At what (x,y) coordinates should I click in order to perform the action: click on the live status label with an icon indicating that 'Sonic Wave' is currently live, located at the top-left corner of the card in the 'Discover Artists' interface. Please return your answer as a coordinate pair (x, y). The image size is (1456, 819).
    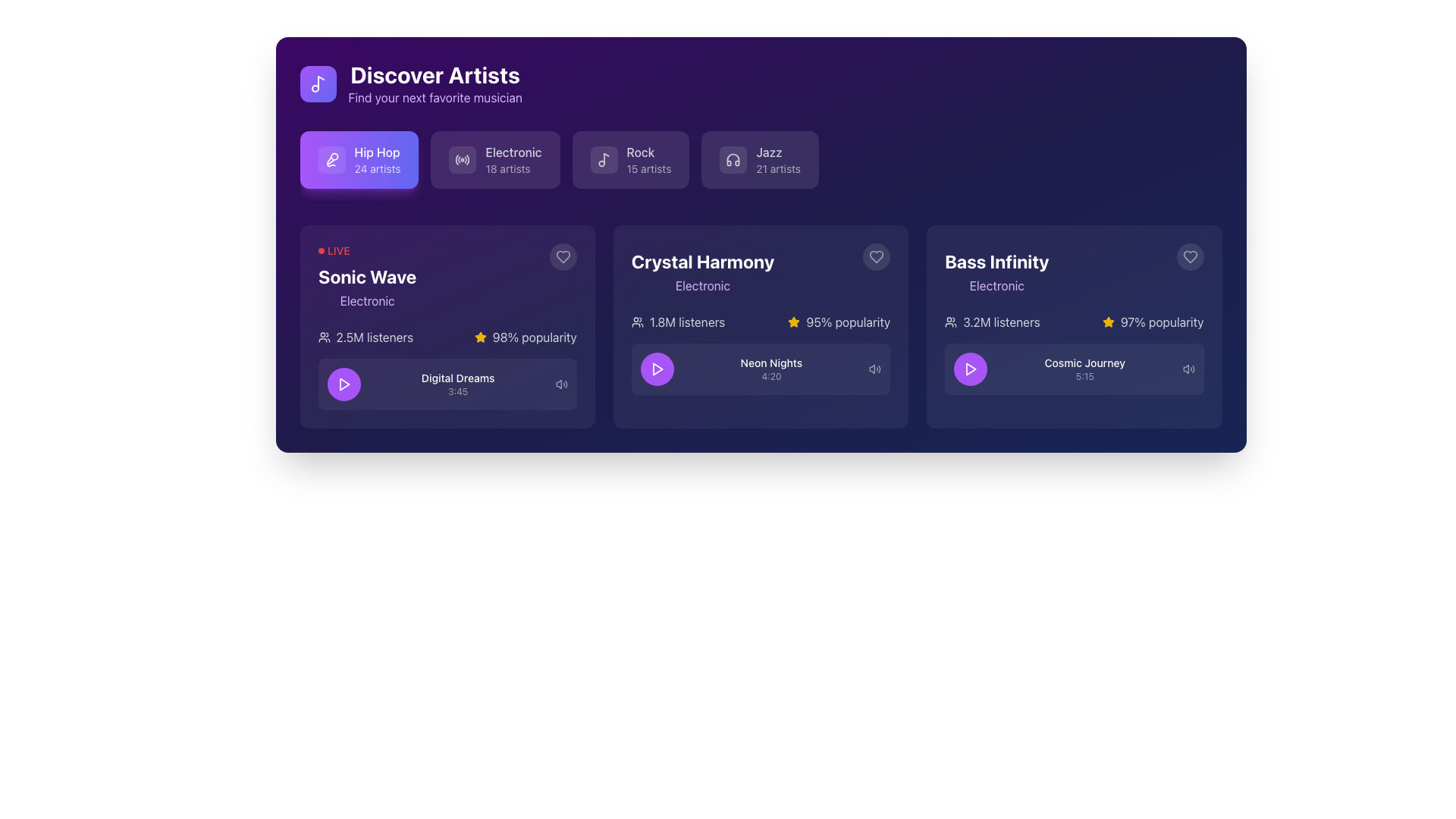
    Looking at the image, I should click on (333, 250).